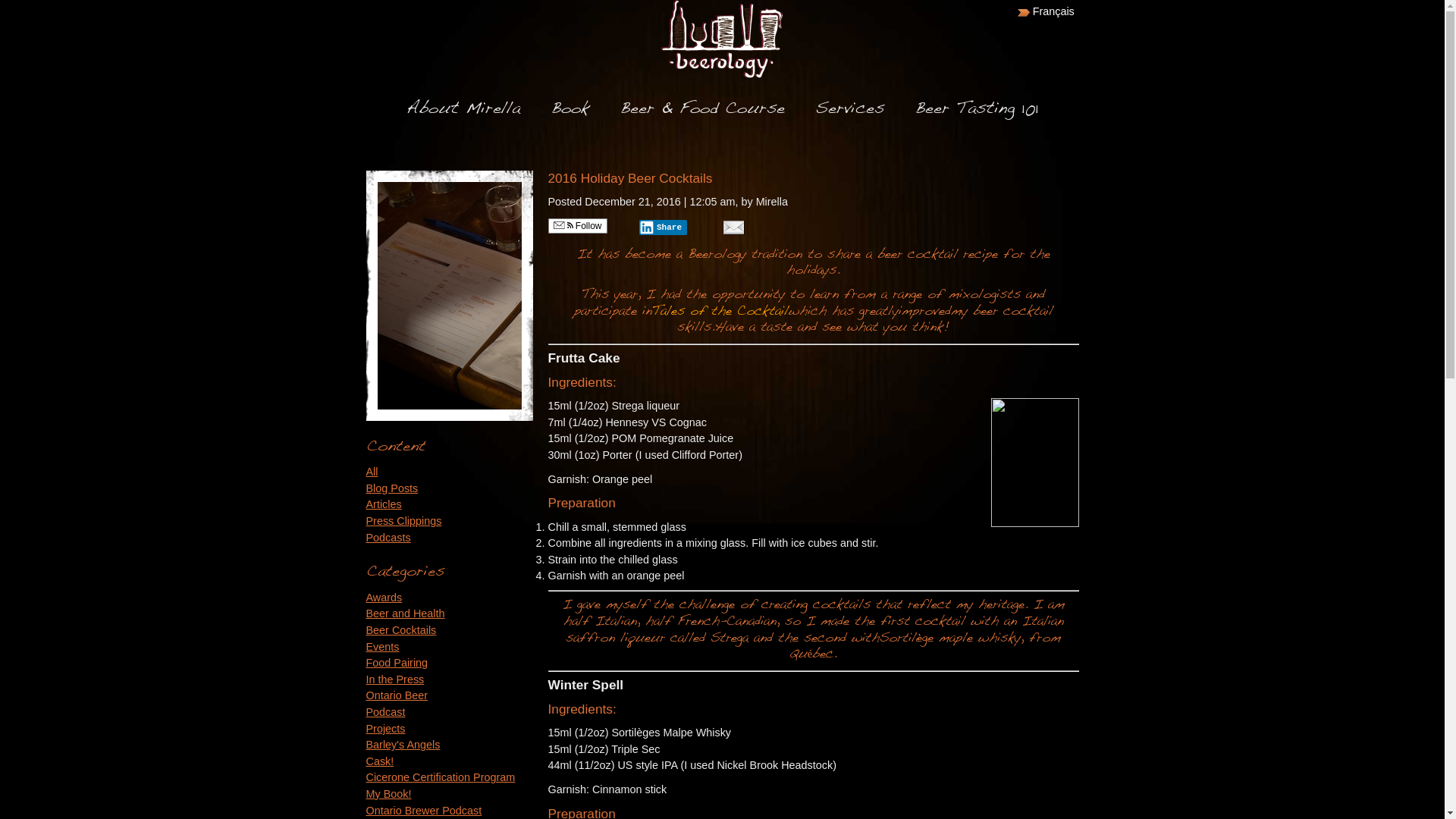  I want to click on 'Beer Cocktails', so click(365, 629).